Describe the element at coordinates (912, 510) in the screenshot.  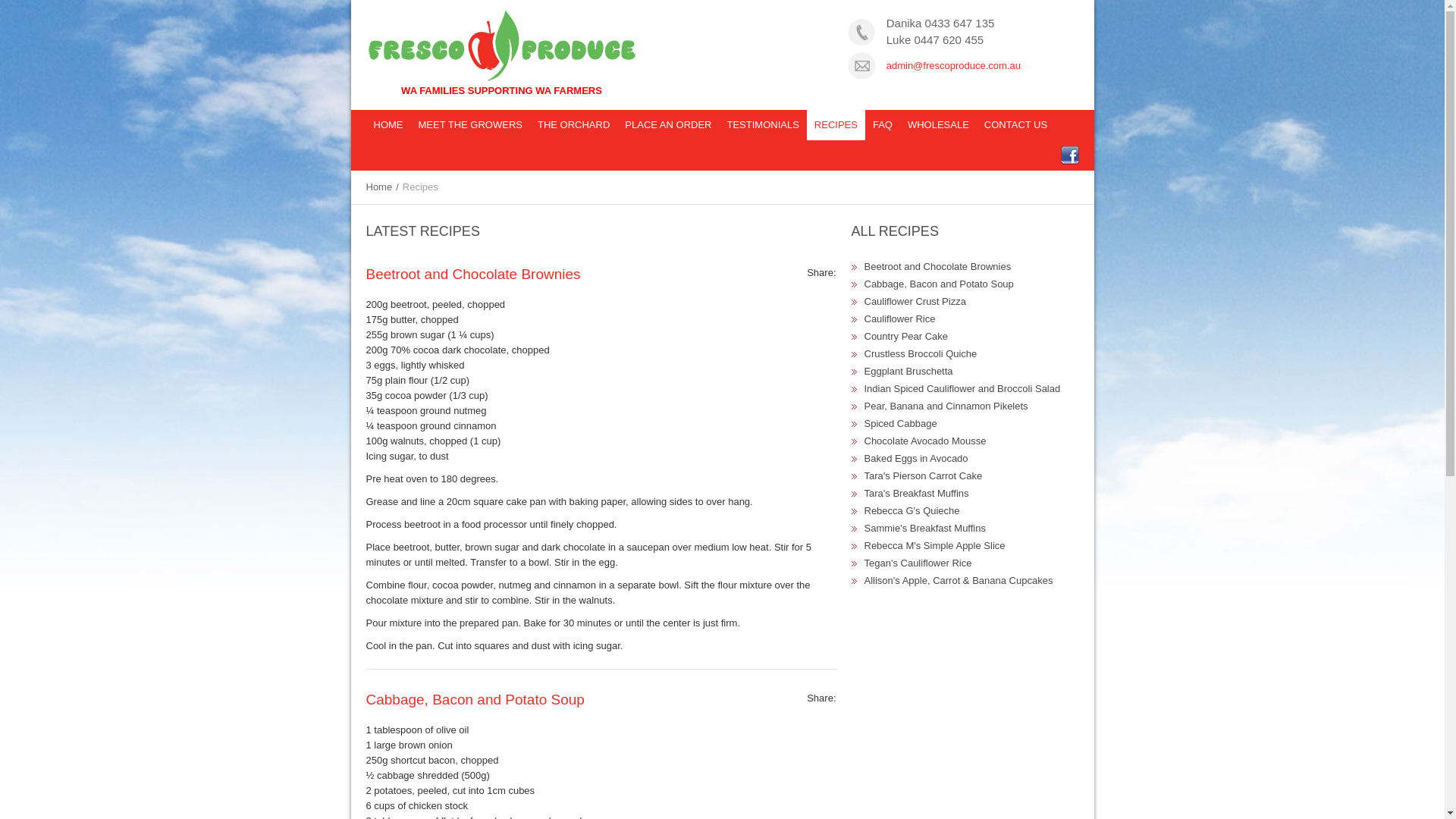
I see `'Rebecca G's Quieche'` at that location.